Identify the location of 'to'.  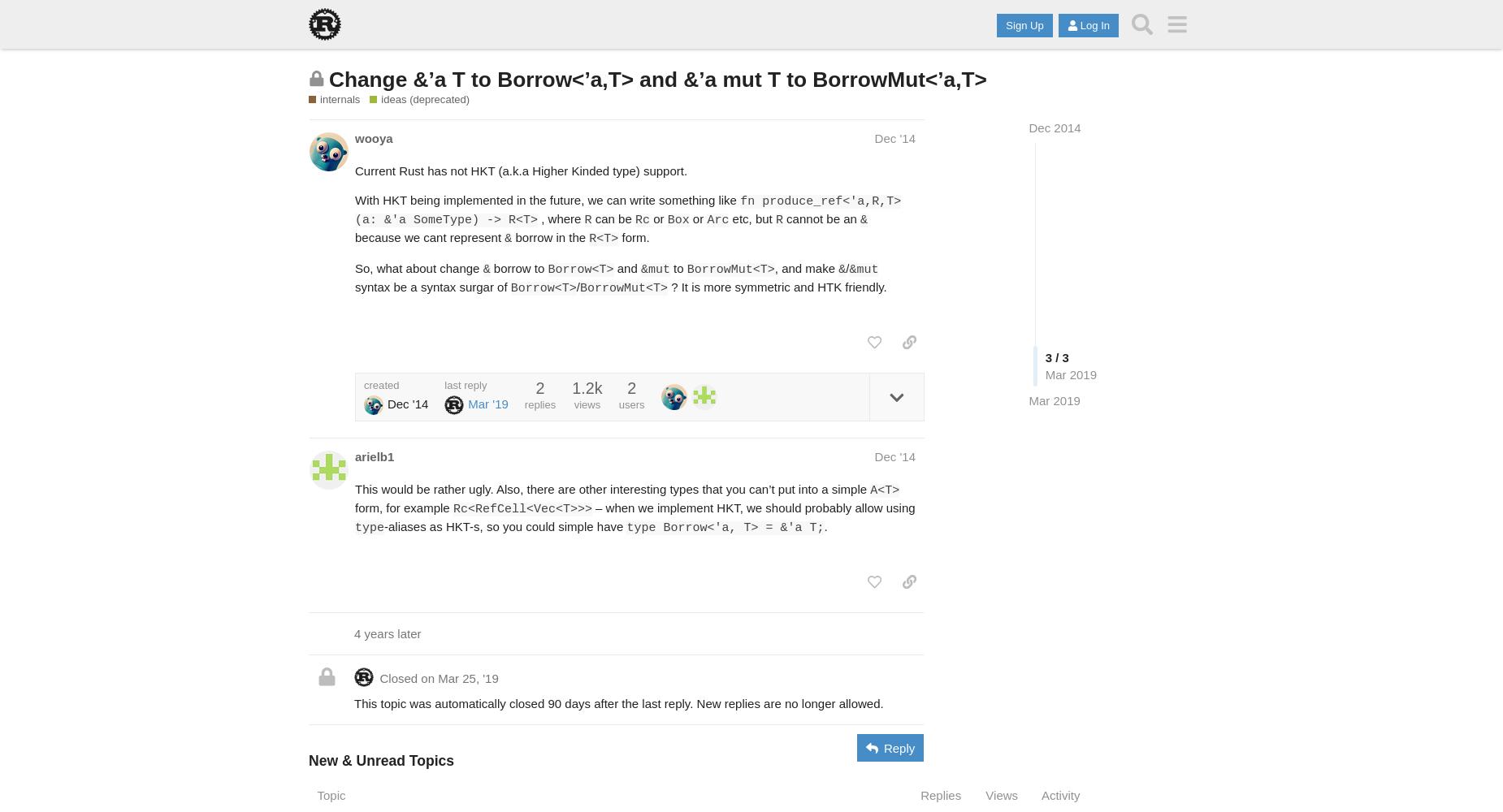
(678, 267).